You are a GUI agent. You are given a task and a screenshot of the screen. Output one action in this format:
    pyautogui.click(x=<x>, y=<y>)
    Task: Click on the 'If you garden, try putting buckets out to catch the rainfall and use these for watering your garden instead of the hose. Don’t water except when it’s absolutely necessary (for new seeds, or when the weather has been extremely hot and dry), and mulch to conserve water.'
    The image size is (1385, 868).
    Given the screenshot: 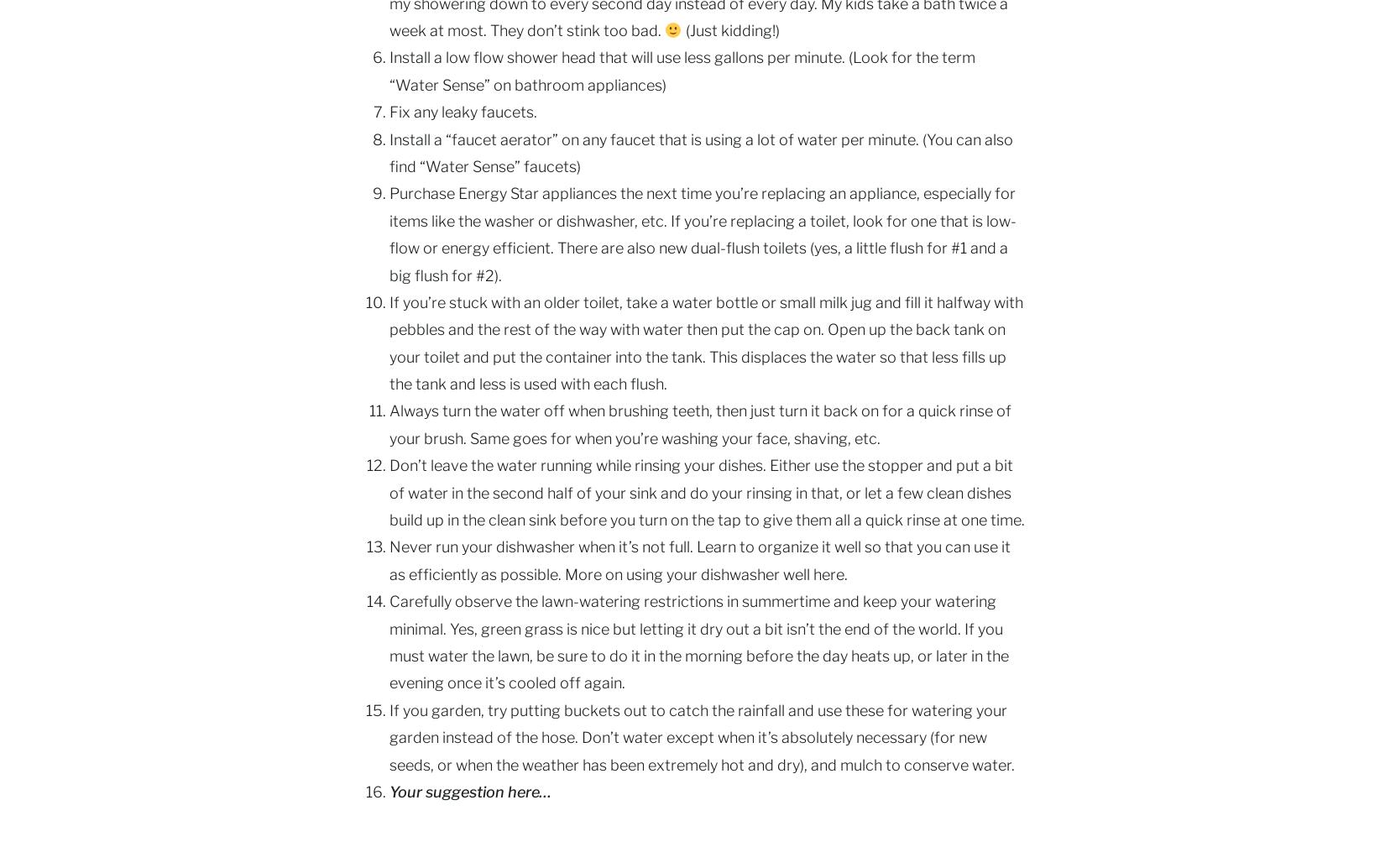 What is the action you would take?
    pyautogui.click(x=702, y=735)
    